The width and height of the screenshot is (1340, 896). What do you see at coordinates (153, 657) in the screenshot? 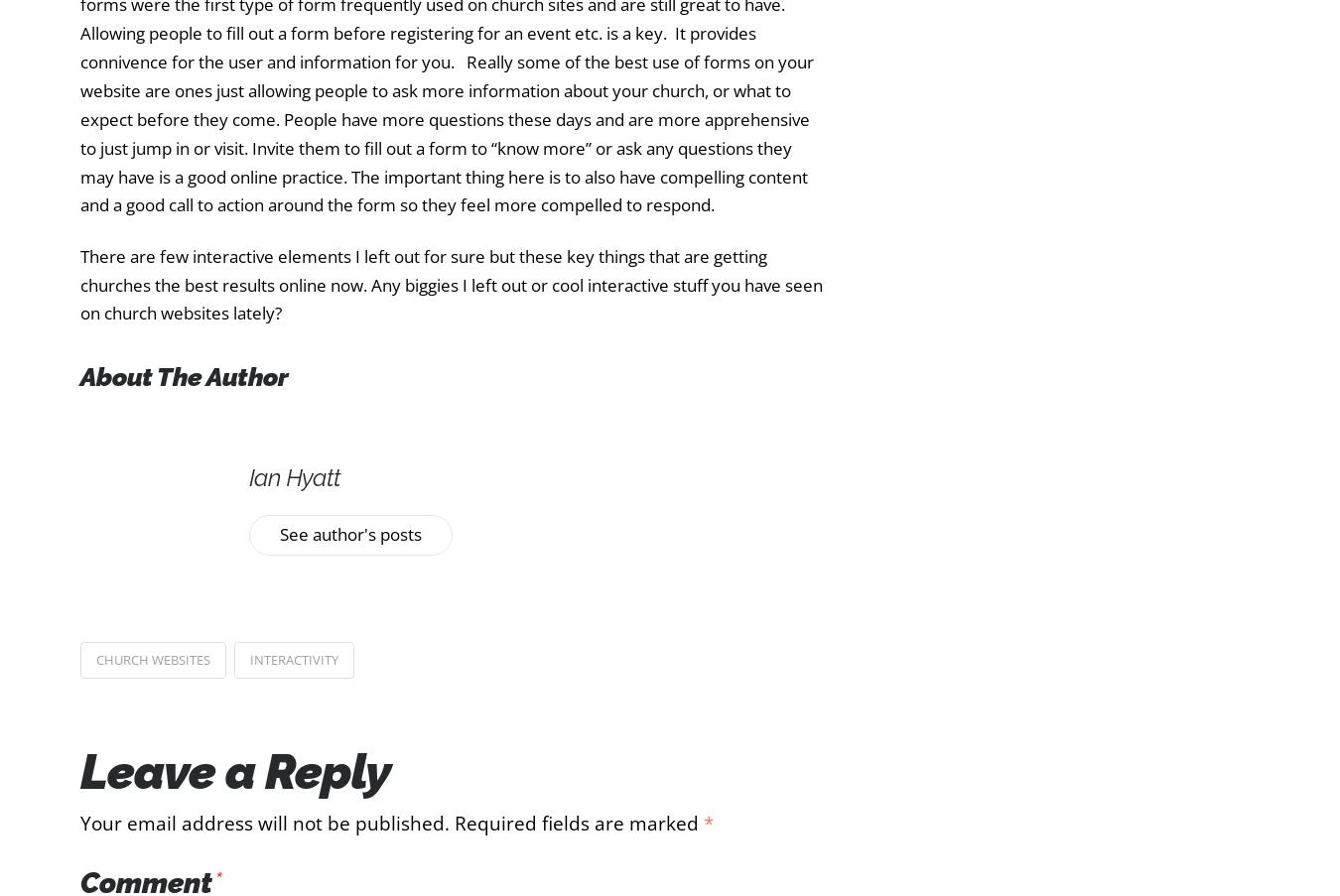
I see `'church websites'` at bounding box center [153, 657].